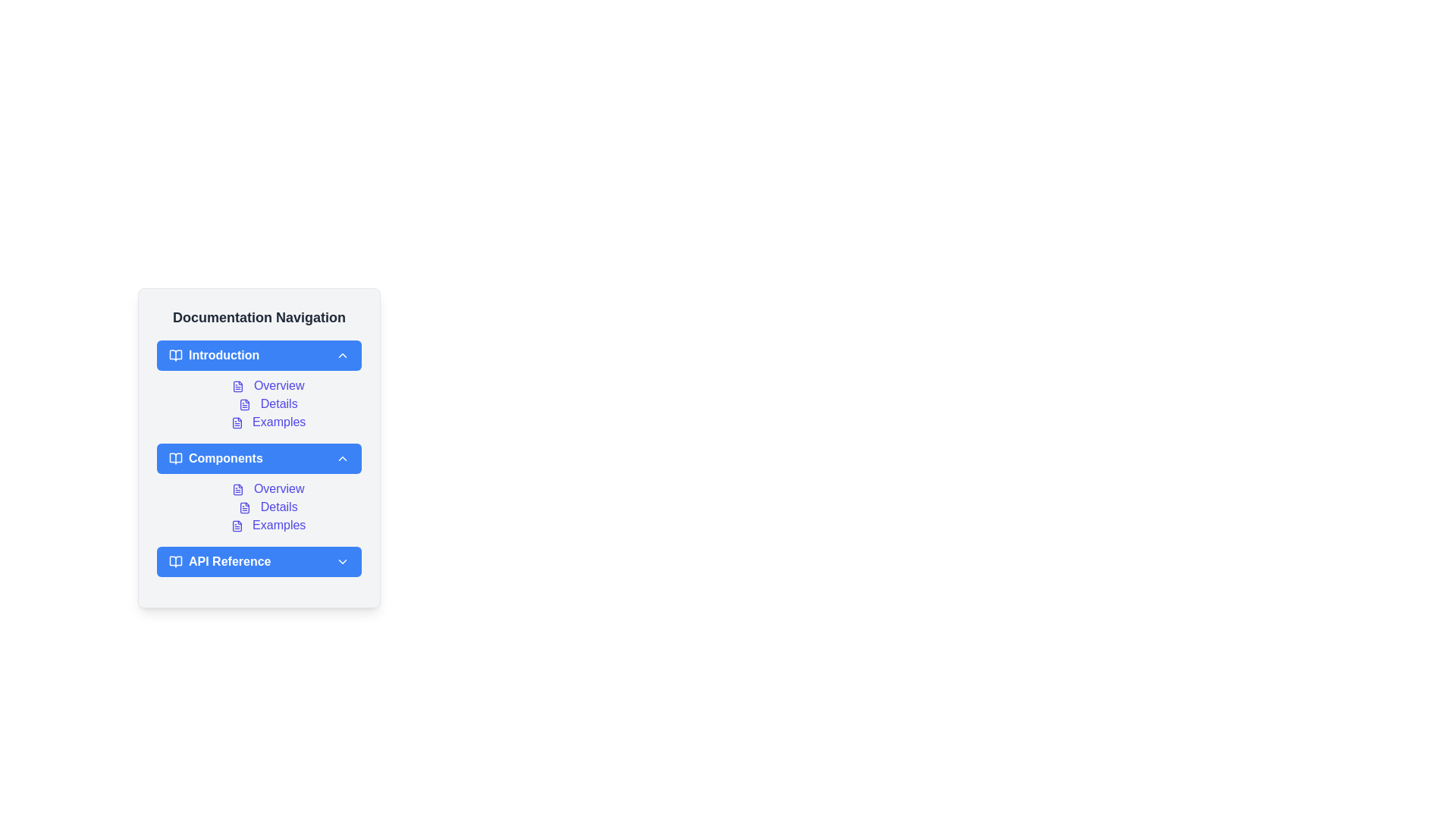 The width and height of the screenshot is (1456, 819). What do you see at coordinates (259, 561) in the screenshot?
I see `the 'API Reference' collapsible section header with a blue background and white text` at bounding box center [259, 561].